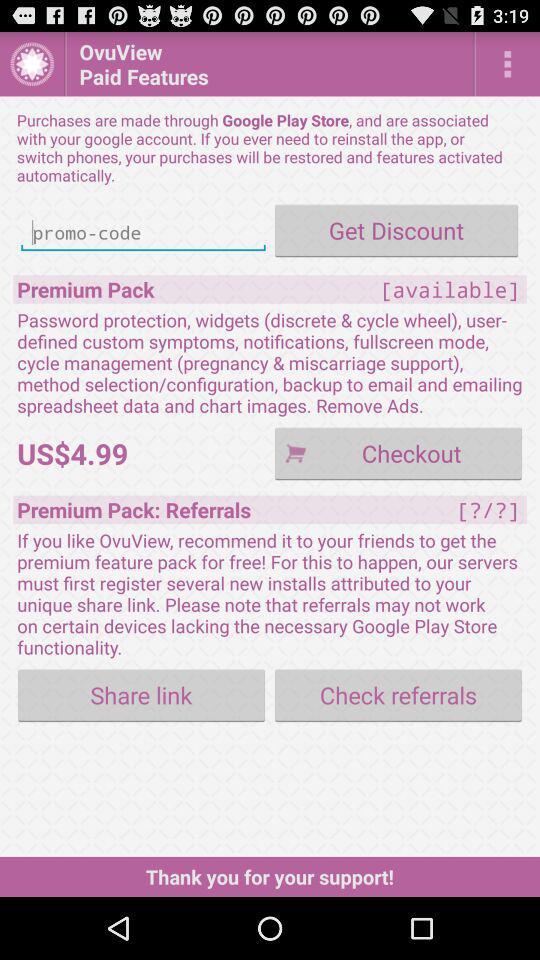 The height and width of the screenshot is (960, 540). I want to click on the icon above the purchases are made icon, so click(270, 63).